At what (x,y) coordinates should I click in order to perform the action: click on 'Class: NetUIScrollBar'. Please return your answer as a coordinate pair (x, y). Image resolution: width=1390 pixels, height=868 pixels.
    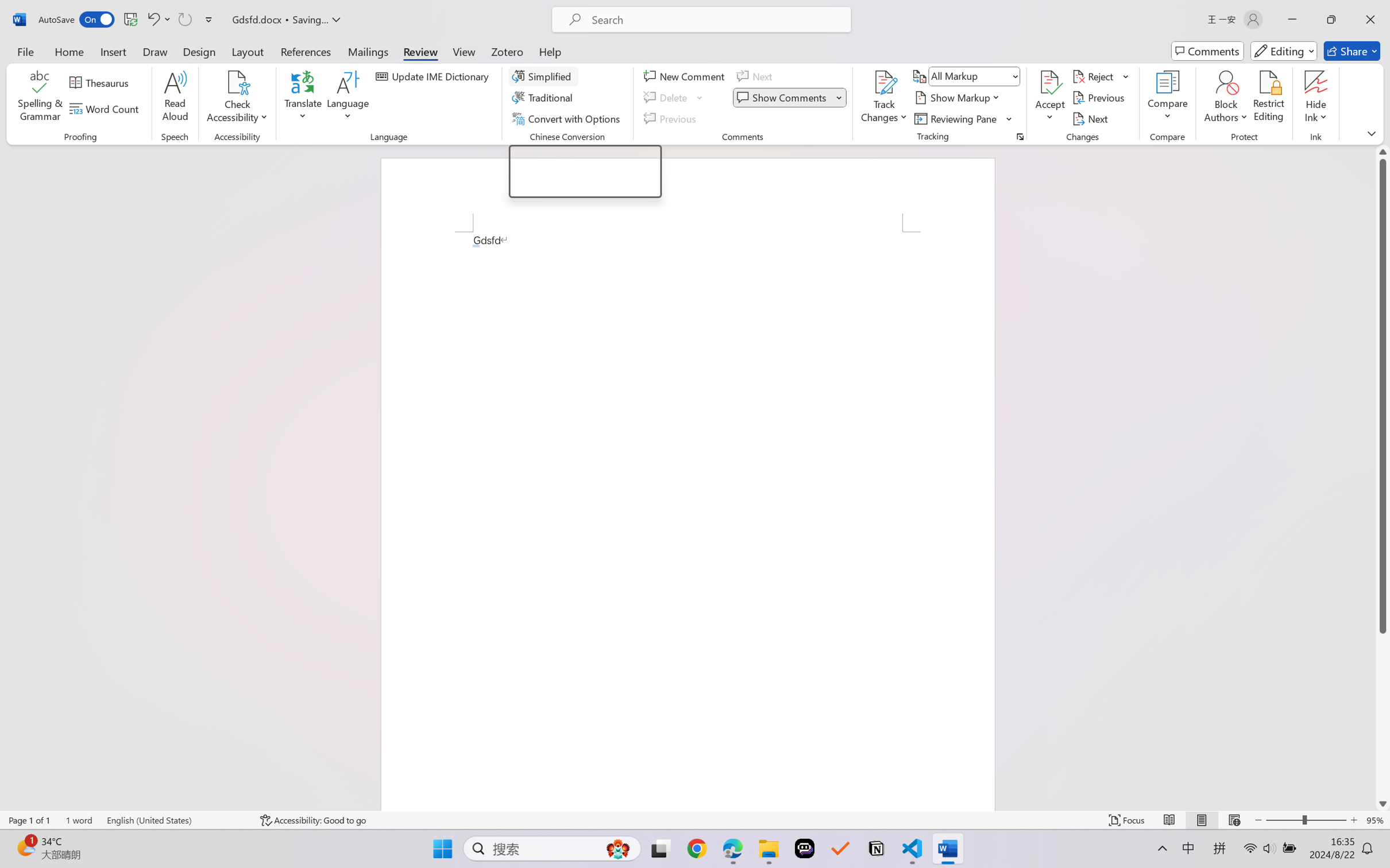
    Looking at the image, I should click on (1383, 477).